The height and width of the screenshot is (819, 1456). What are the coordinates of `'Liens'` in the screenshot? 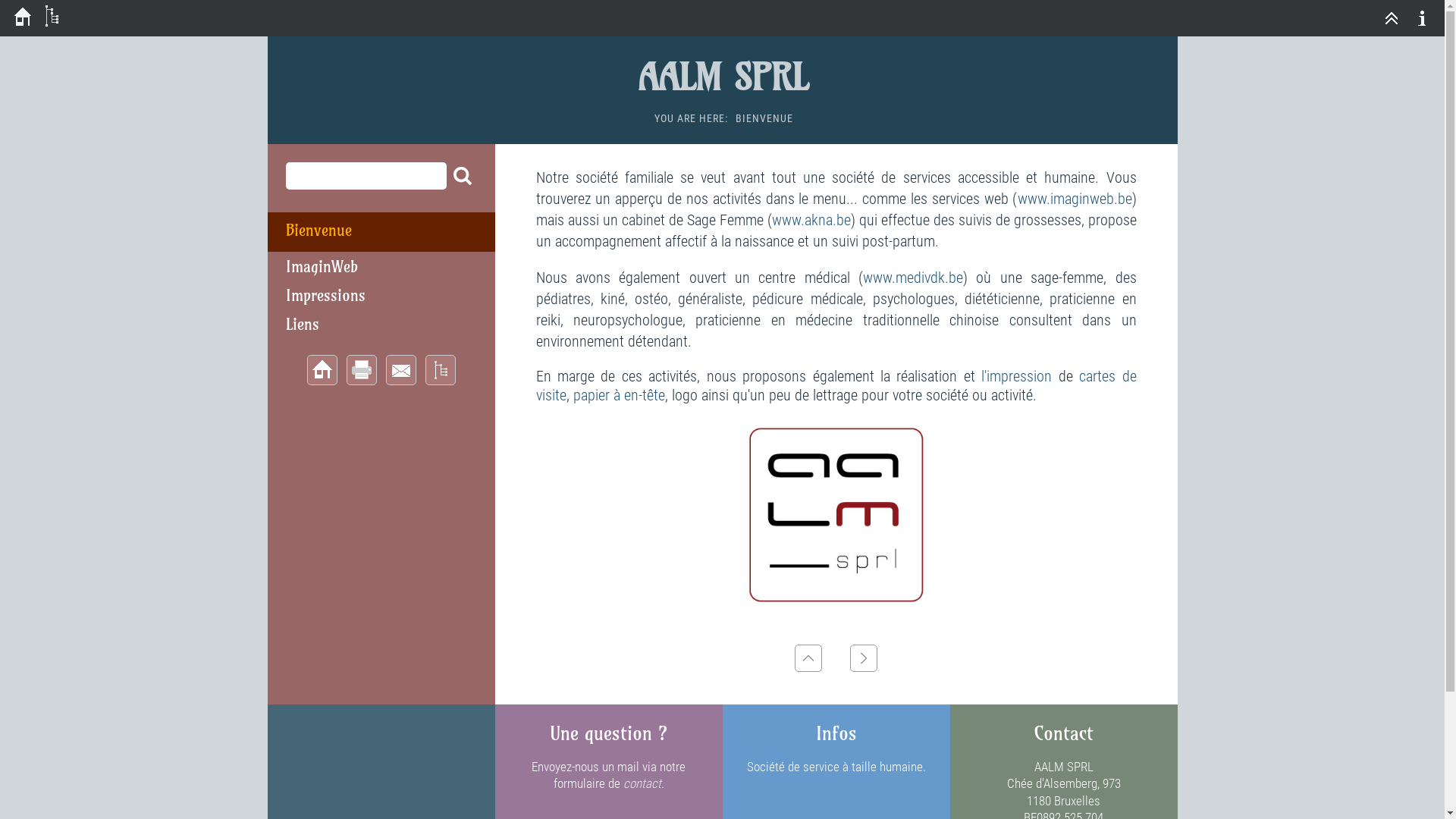 It's located at (302, 323).